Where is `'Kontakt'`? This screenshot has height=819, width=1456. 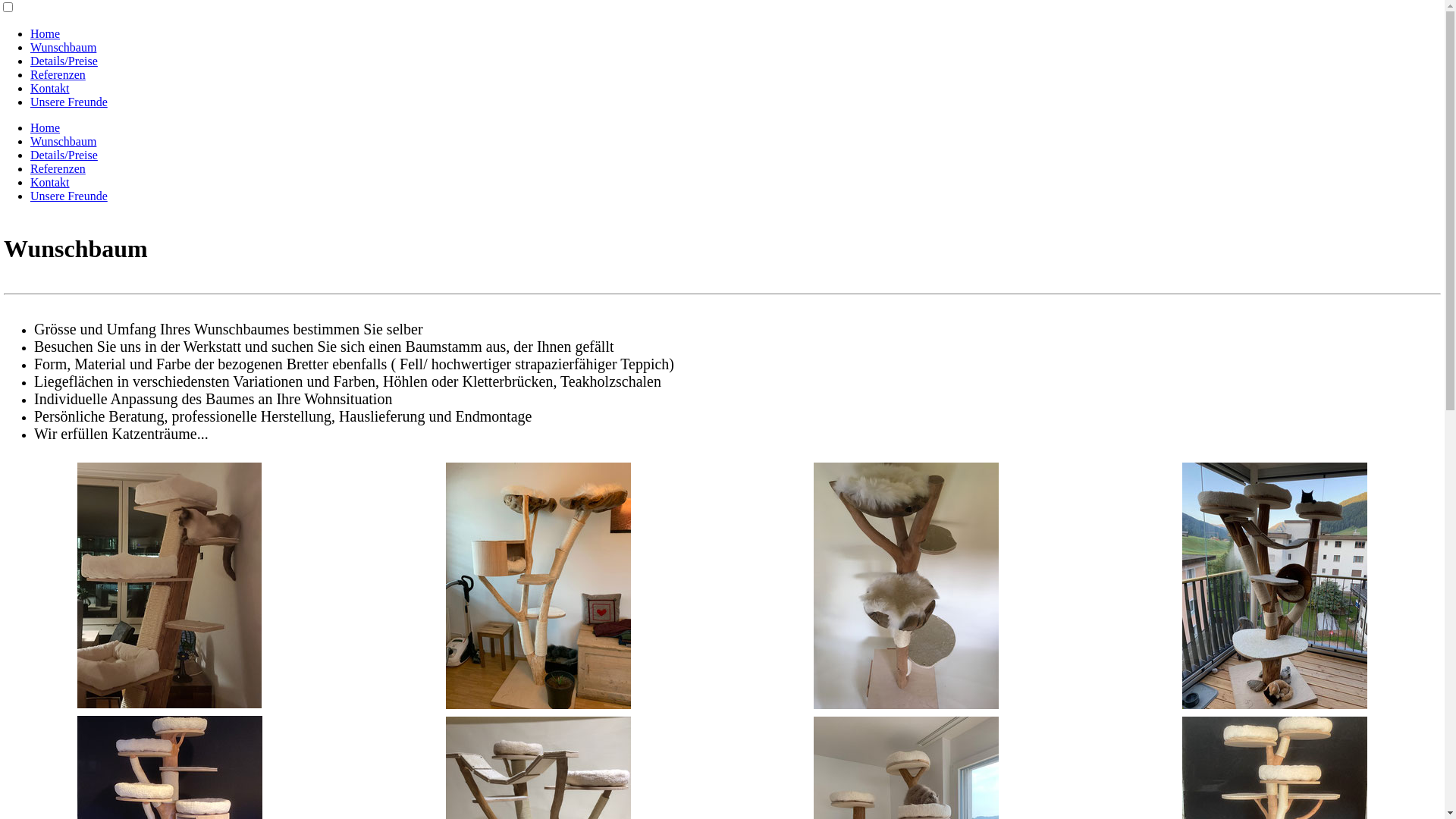
'Kontakt' is located at coordinates (50, 88).